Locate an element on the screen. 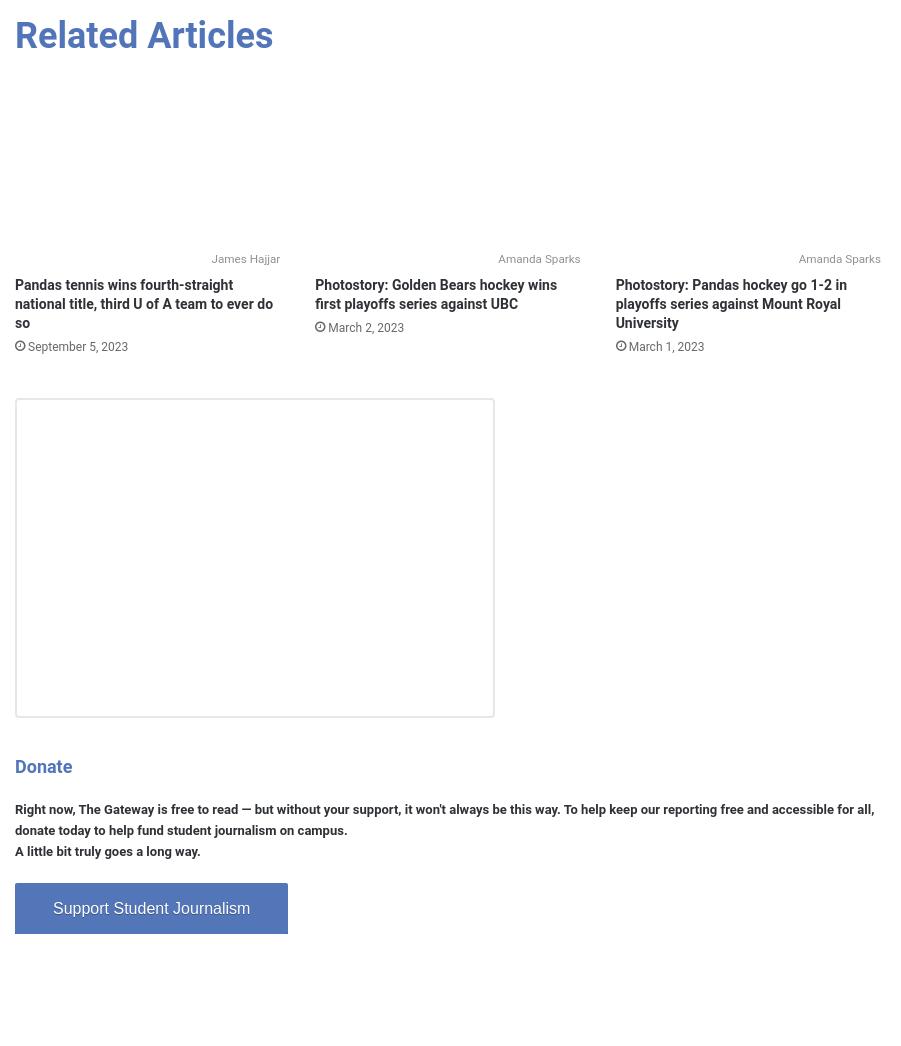  'Photostory: Pandas hockey go 1-2 in playoffs series against Mount Royal University' is located at coordinates (729, 303).